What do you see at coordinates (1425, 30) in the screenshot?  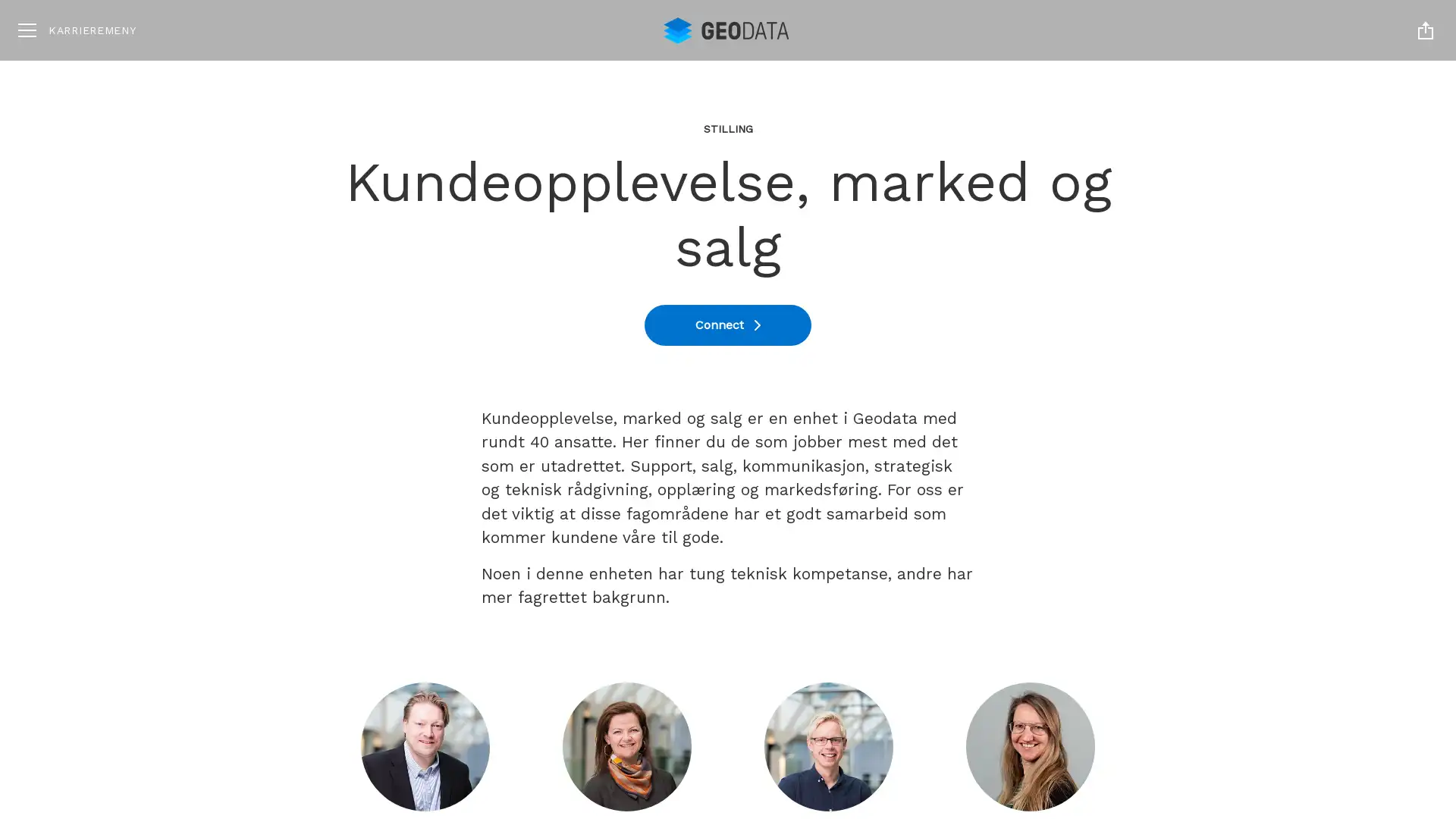 I see `Del side` at bounding box center [1425, 30].